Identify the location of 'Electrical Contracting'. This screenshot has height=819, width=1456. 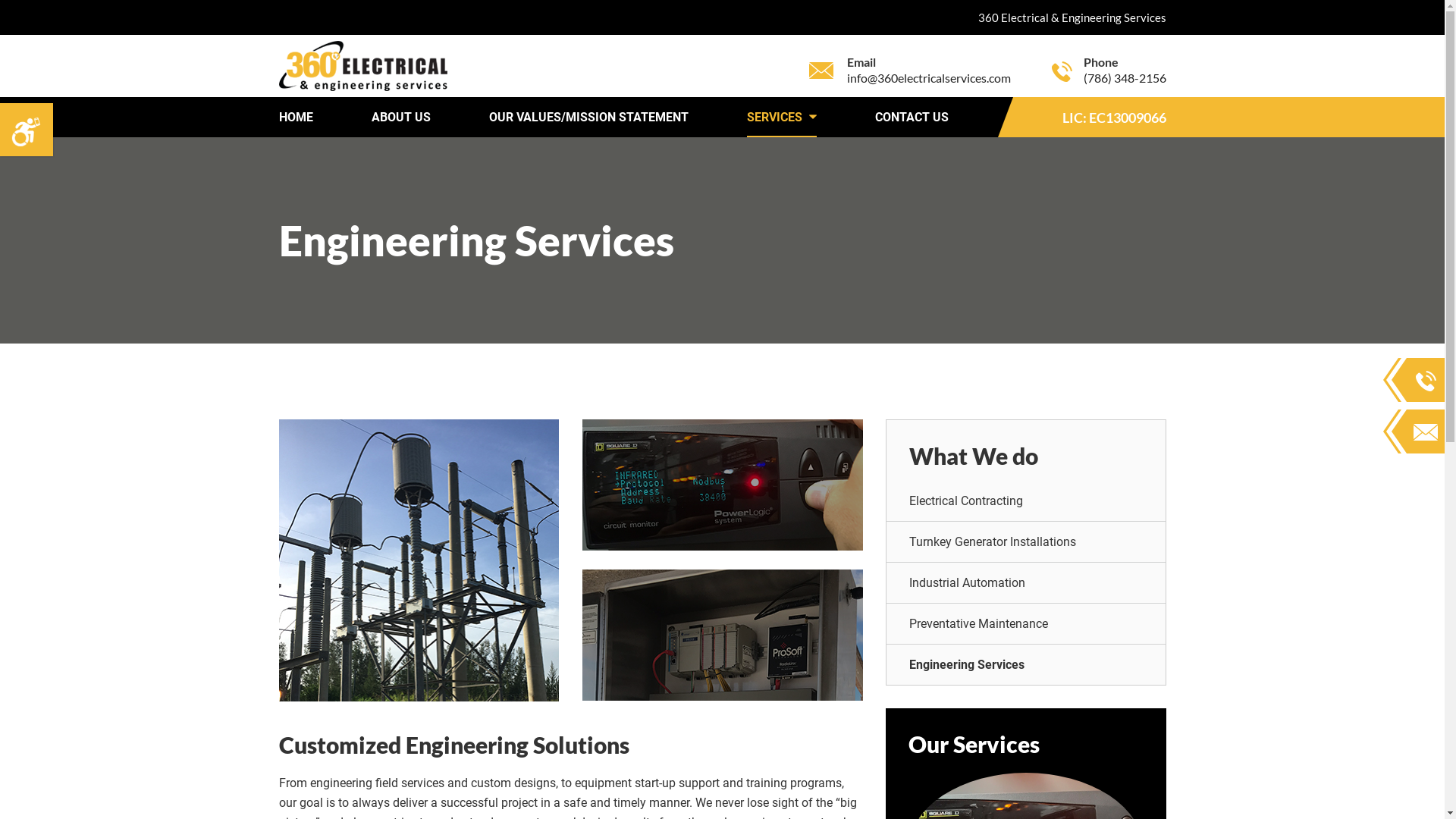
(1025, 500).